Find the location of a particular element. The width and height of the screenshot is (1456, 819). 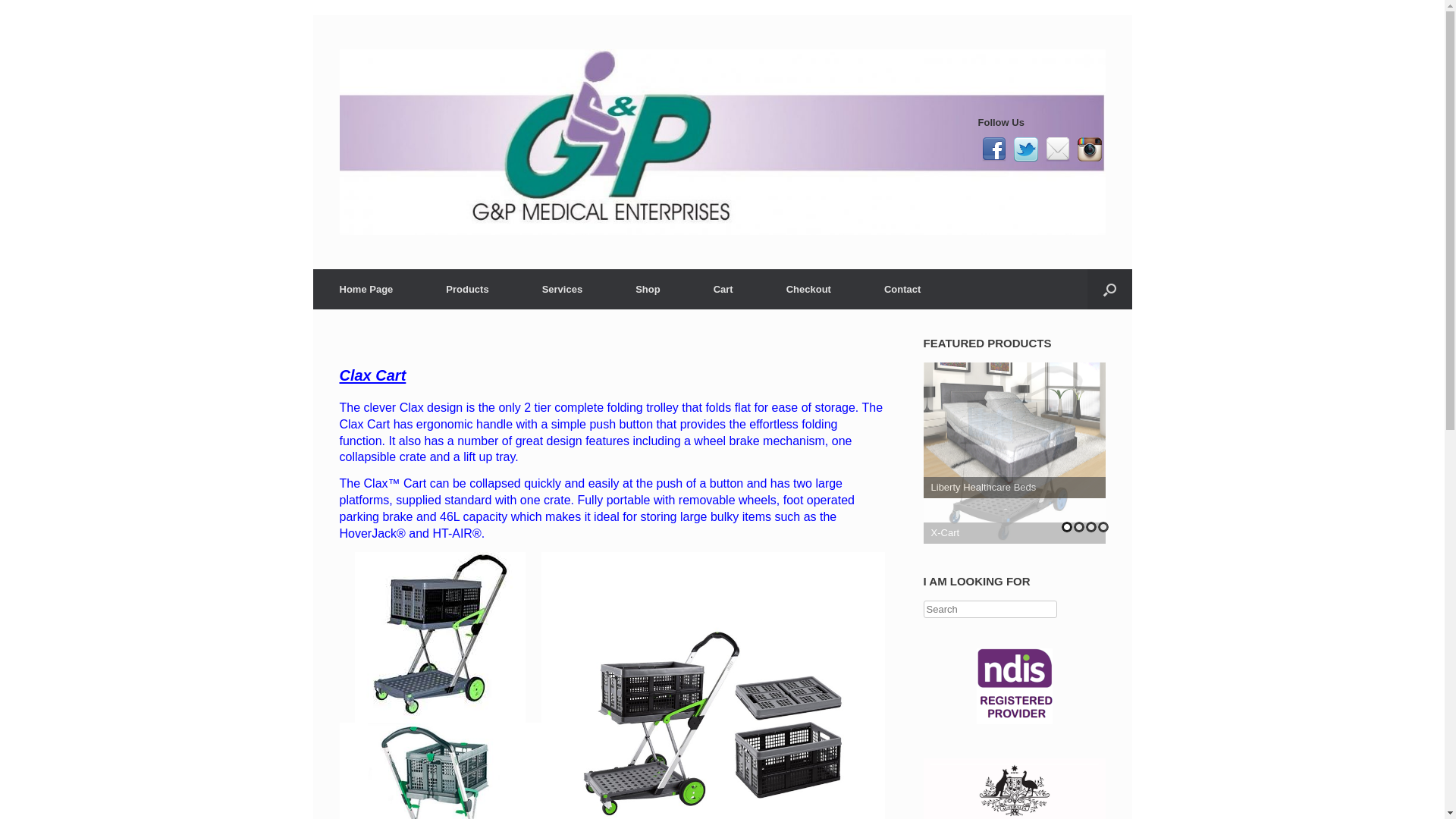

'1' is located at coordinates (1065, 526).